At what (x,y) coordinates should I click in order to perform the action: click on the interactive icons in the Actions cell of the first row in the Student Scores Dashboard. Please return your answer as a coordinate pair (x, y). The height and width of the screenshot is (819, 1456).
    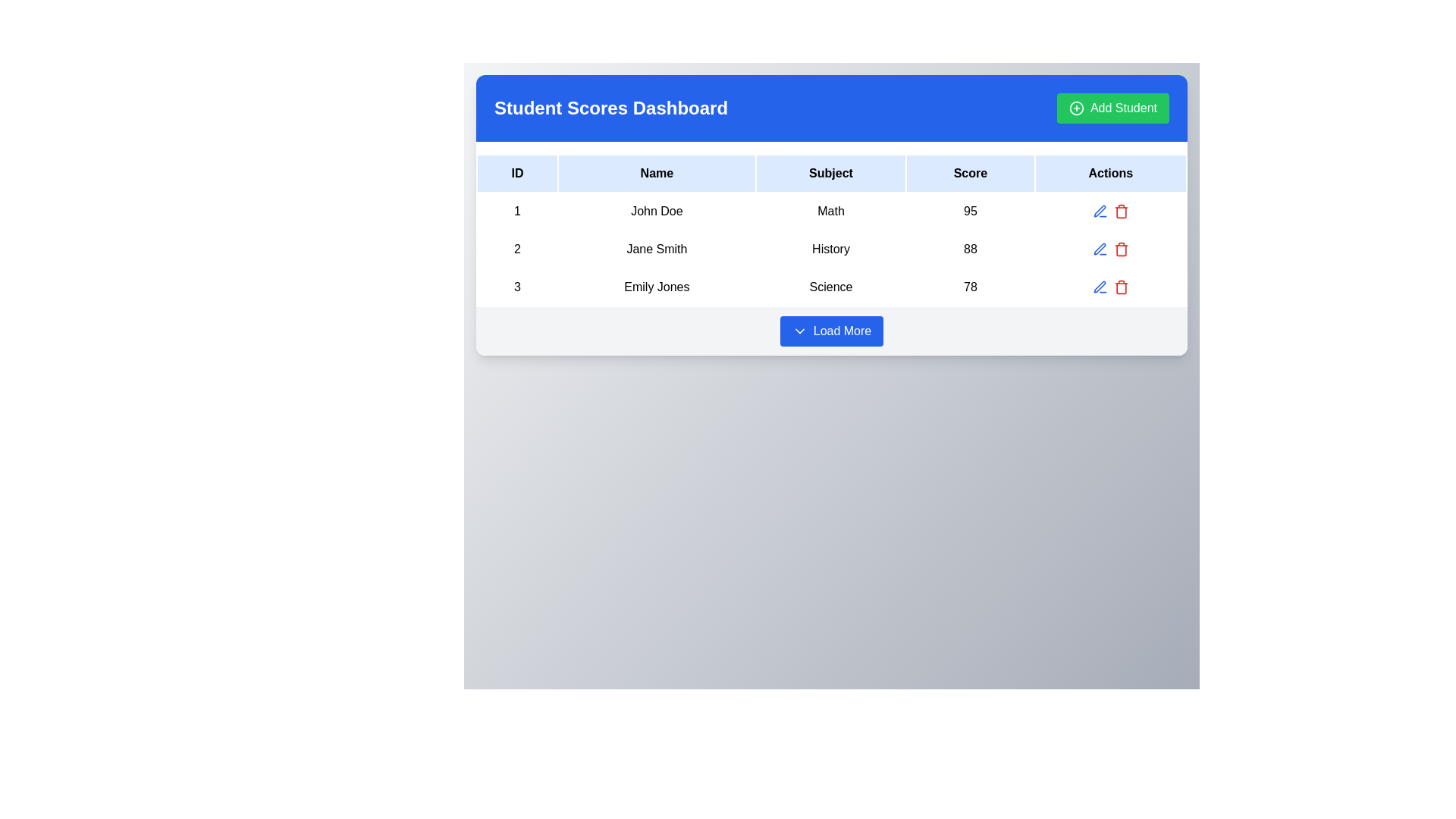
    Looking at the image, I should click on (1110, 211).